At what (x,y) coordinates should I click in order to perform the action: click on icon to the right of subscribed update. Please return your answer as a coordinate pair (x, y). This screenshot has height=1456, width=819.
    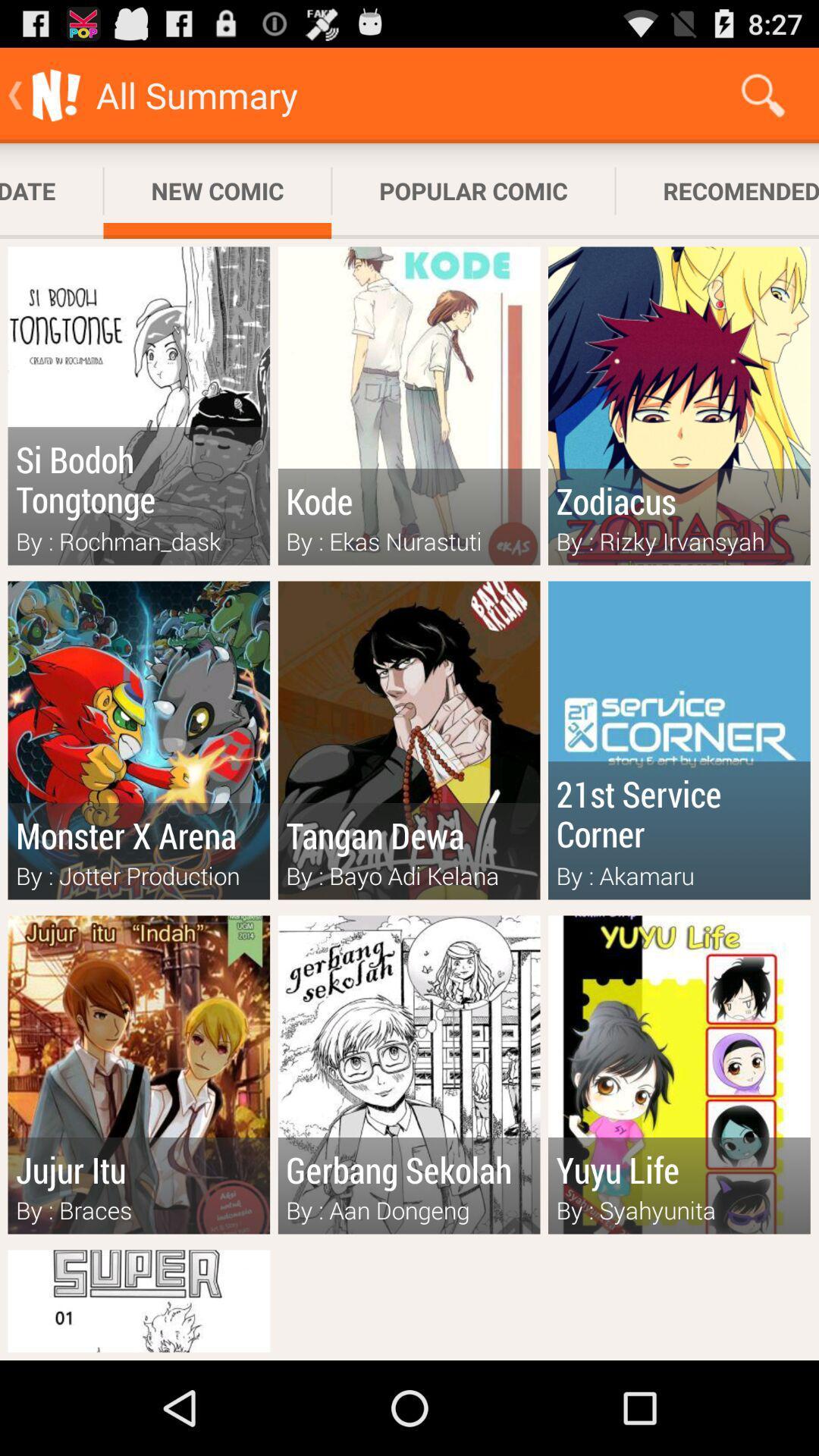
    Looking at the image, I should click on (217, 190).